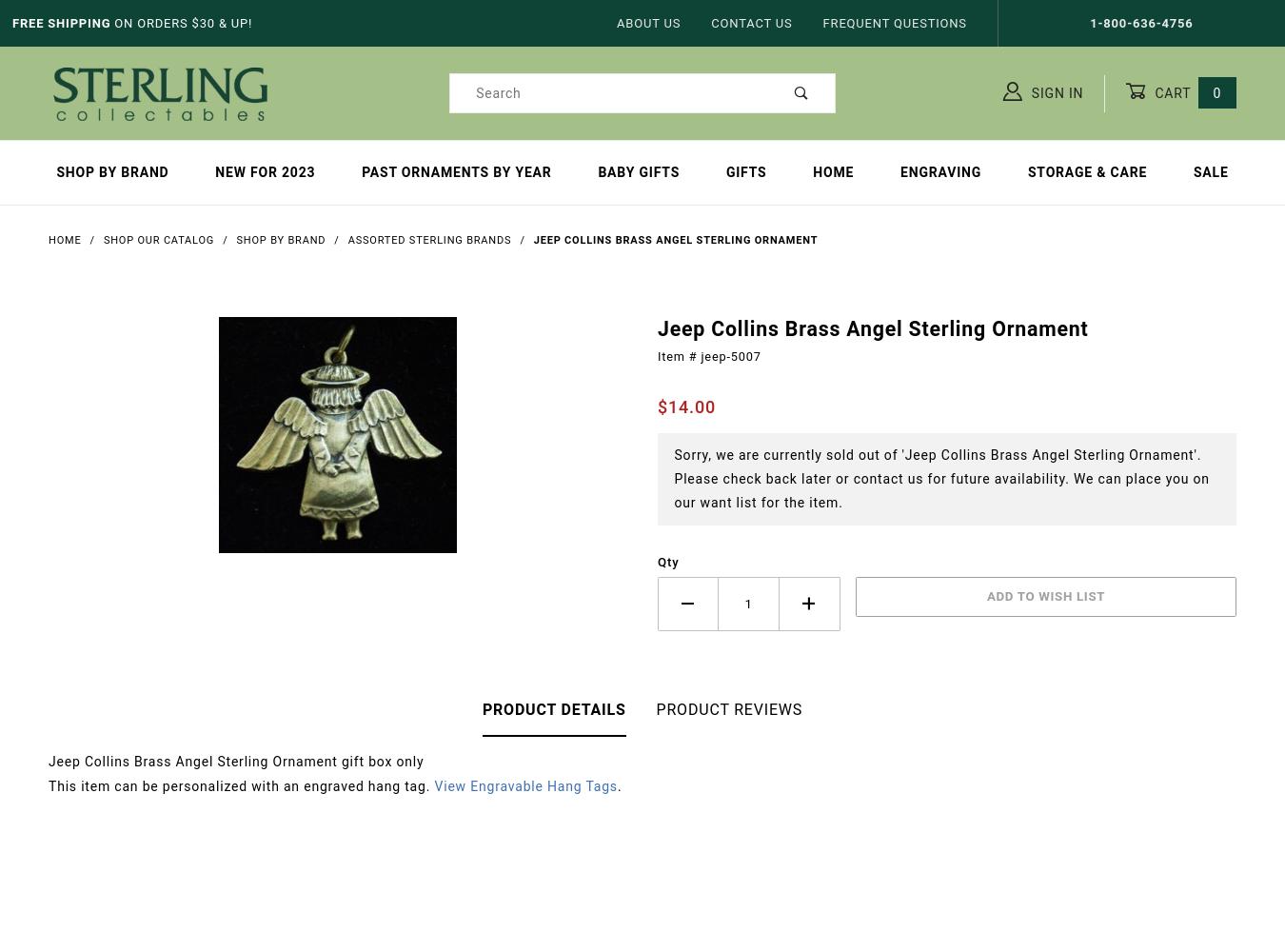 The height and width of the screenshot is (952, 1285). Describe the element at coordinates (708, 355) in the screenshot. I see `'Item # jeep-5007'` at that location.